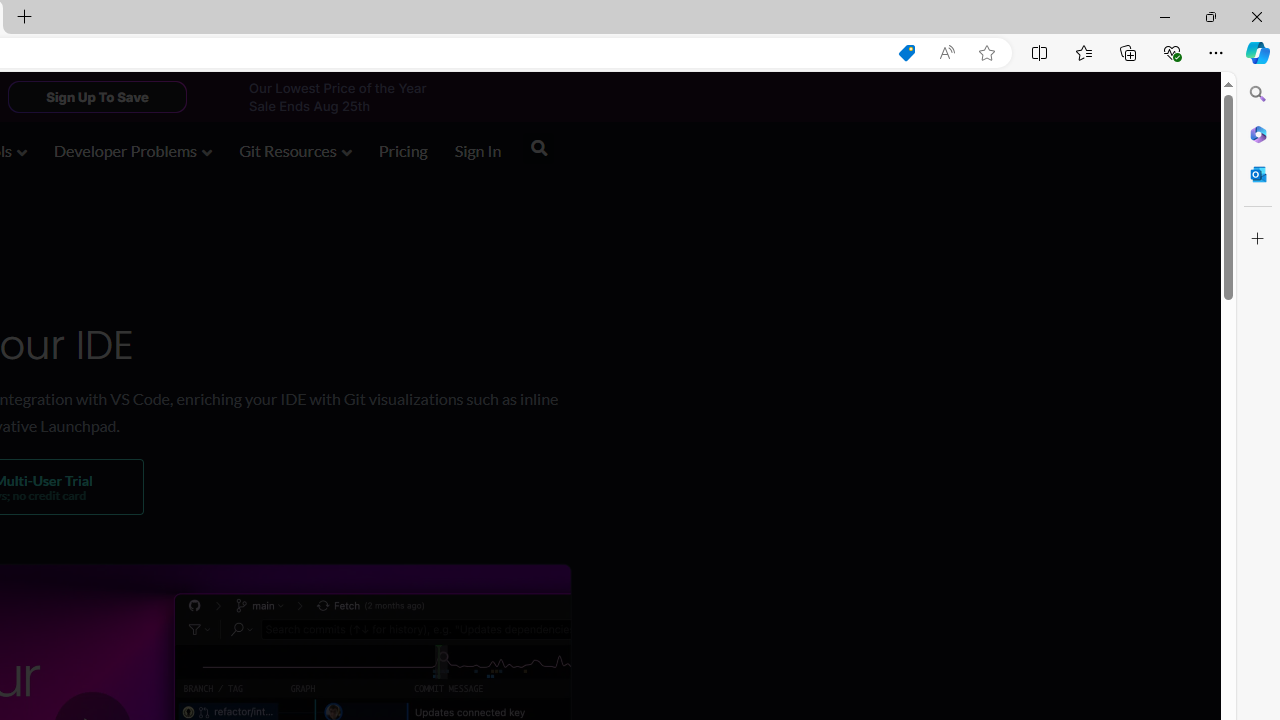 The image size is (1280, 720). Describe the element at coordinates (96, 96) in the screenshot. I see `'Sign Up To Save'` at that location.